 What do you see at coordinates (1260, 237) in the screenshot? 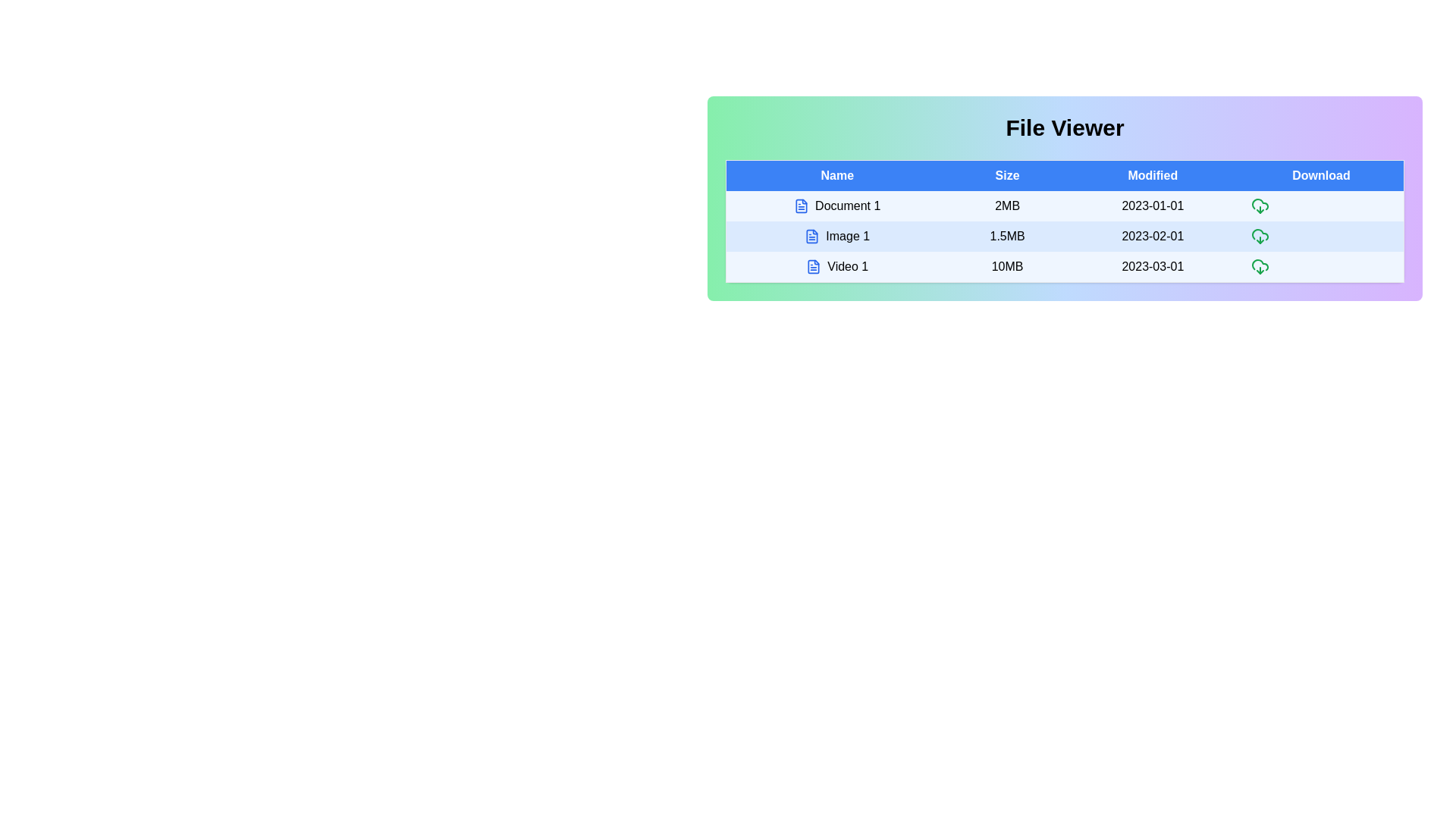
I see `the download icon for the row corresponding to Image 1` at bounding box center [1260, 237].